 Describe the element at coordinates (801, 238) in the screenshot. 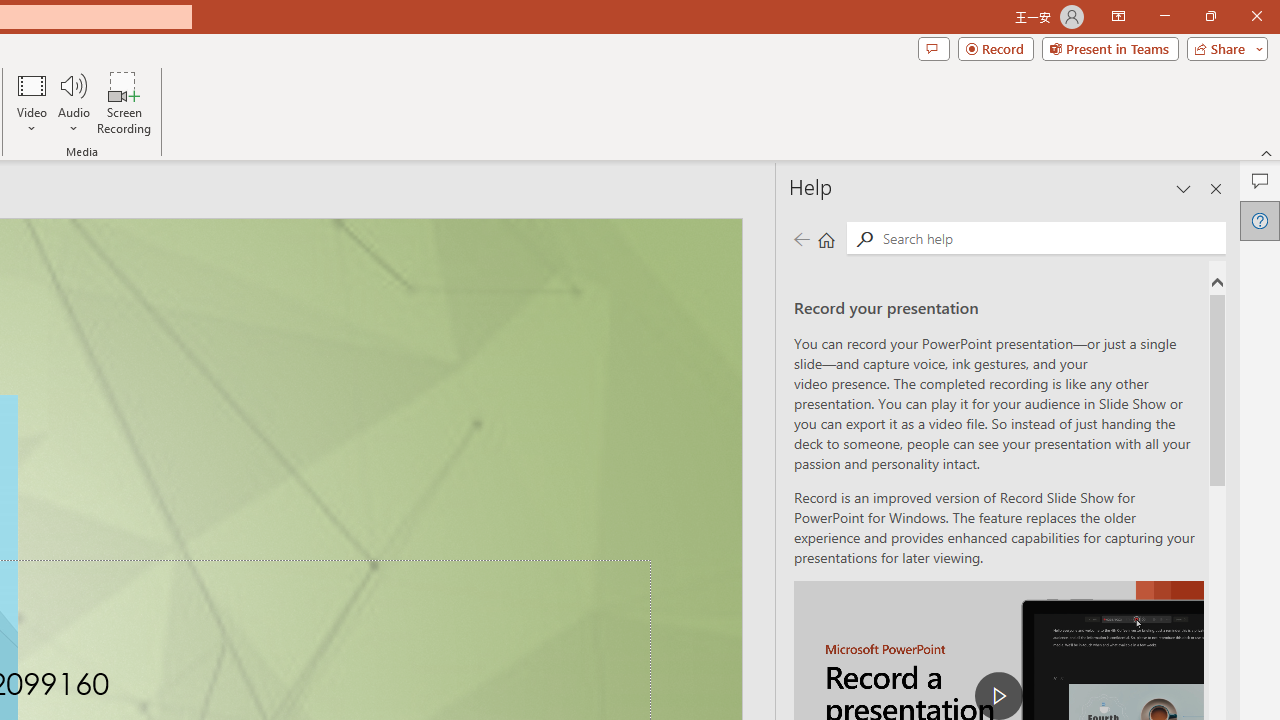

I see `'Previous page'` at that location.